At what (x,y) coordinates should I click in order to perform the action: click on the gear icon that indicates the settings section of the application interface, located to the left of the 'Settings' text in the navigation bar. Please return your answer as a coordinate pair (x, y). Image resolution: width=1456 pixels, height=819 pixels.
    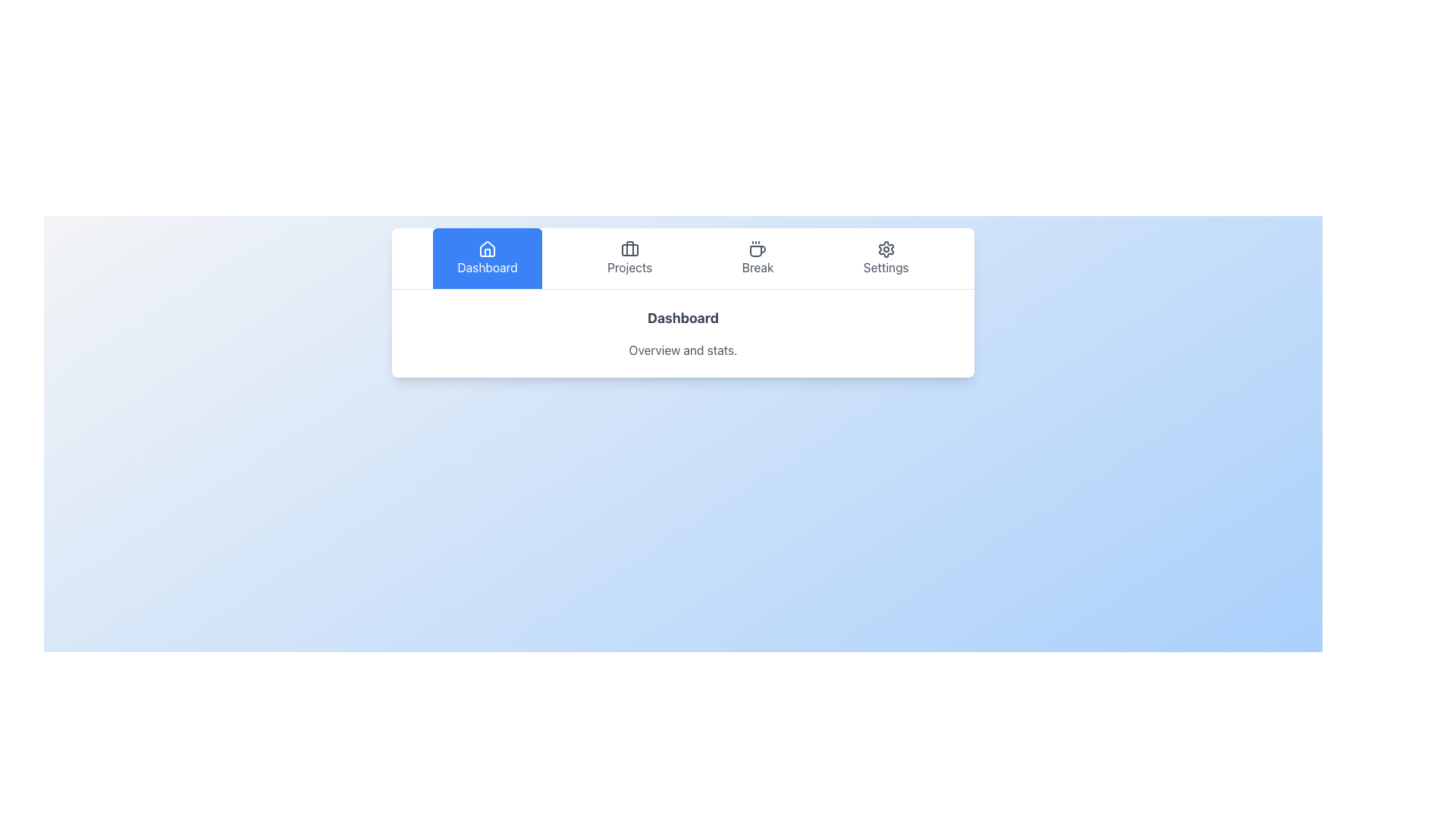
    Looking at the image, I should click on (886, 248).